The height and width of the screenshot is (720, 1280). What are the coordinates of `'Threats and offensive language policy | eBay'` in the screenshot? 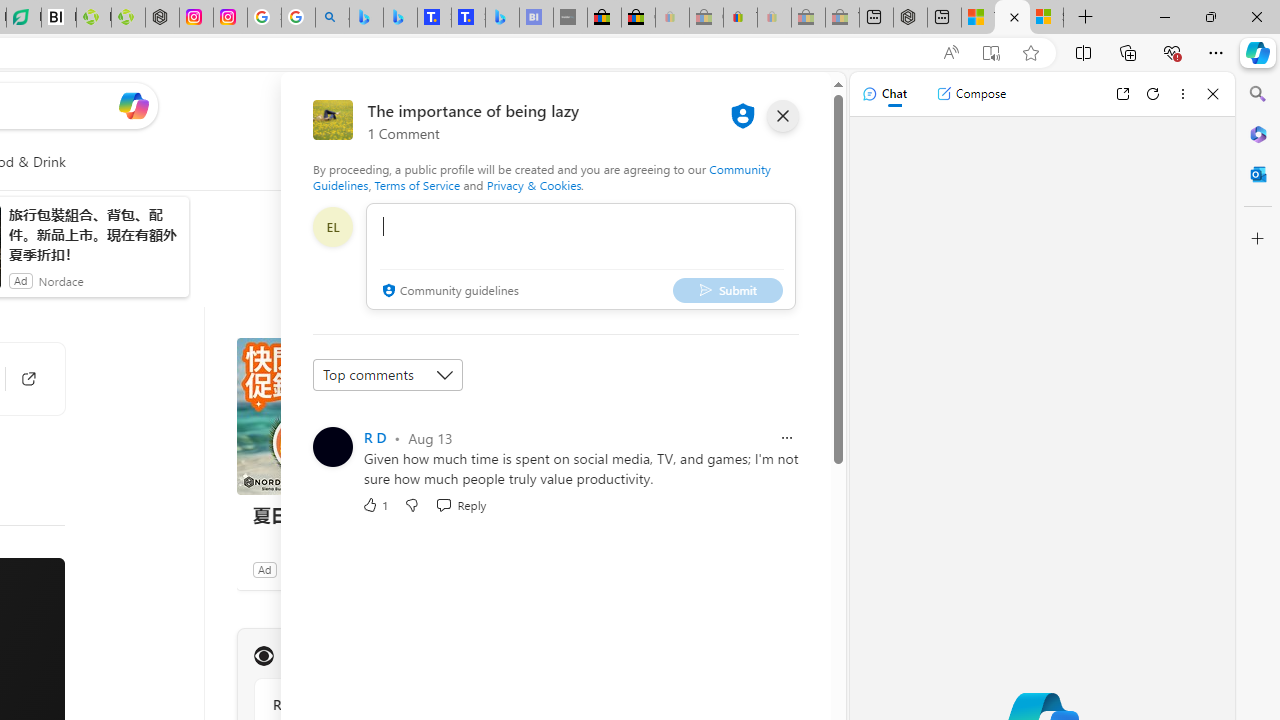 It's located at (739, 17).